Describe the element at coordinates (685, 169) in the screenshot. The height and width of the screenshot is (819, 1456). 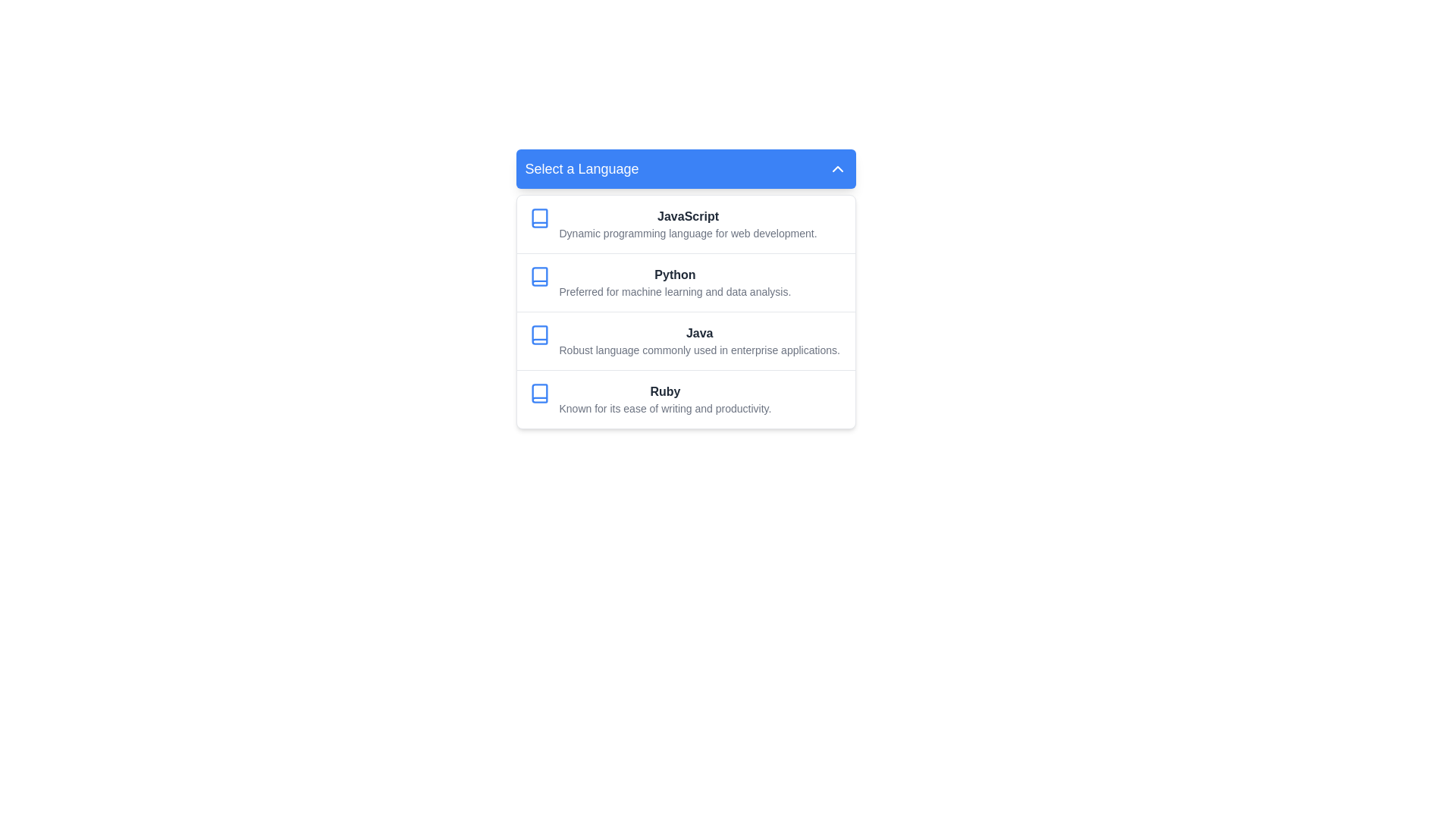
I see `the dropdown toggle button at the top section of the dropdown menu interface` at that location.